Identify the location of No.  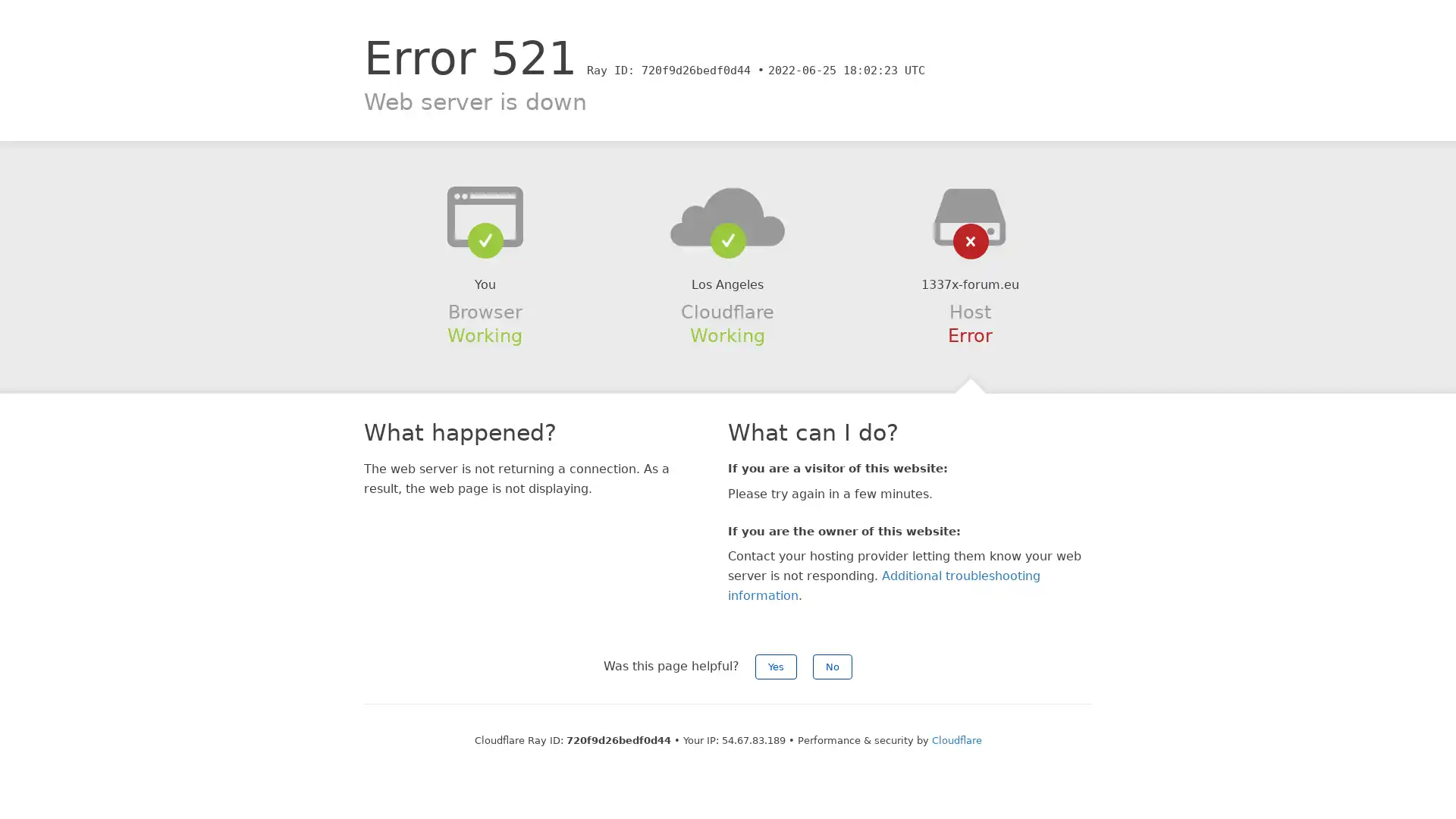
(832, 666).